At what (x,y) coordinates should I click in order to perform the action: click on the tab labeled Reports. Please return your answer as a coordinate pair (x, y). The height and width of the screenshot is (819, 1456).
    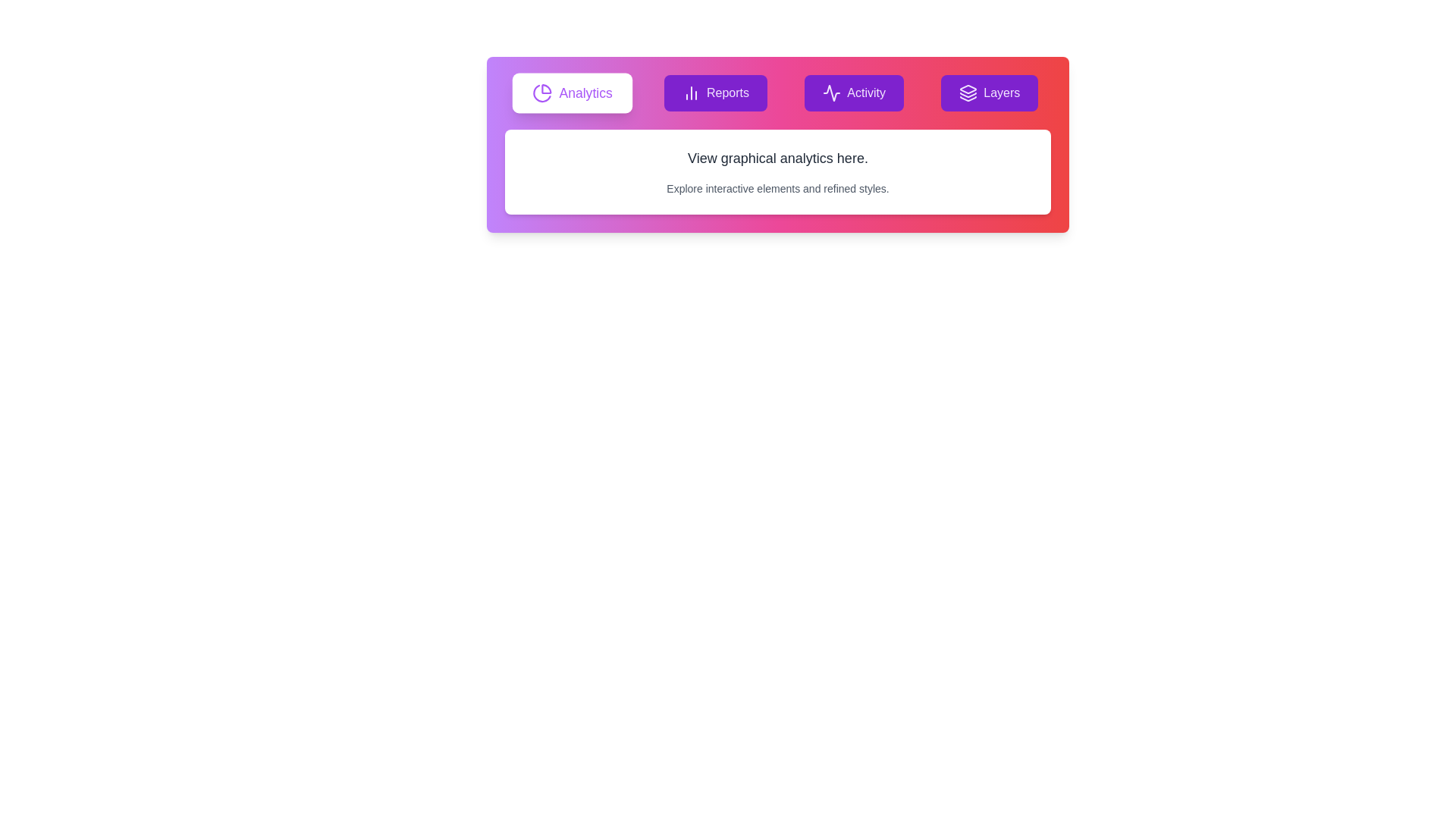
    Looking at the image, I should click on (715, 93).